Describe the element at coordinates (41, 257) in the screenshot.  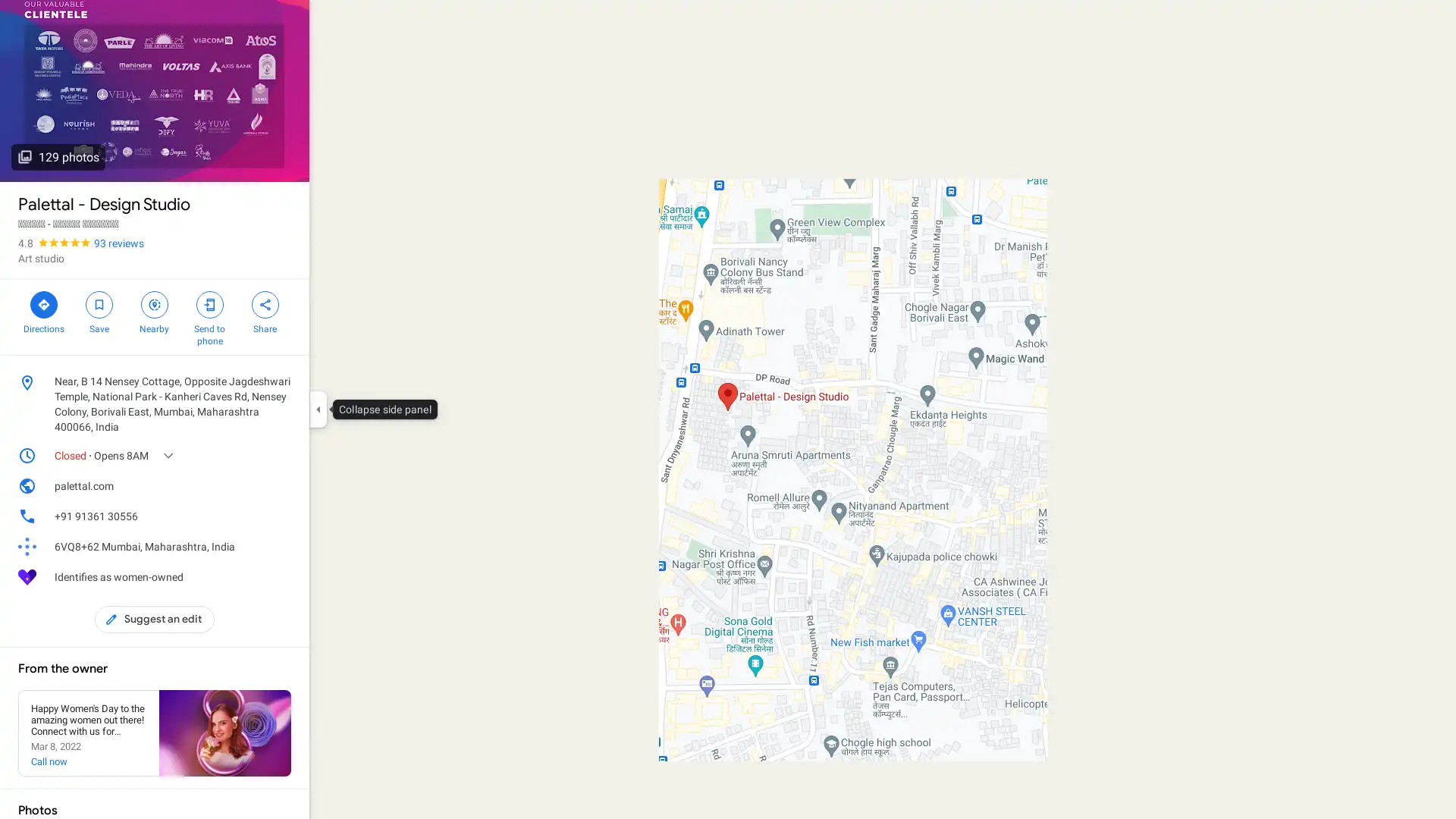
I see `Art studio` at that location.